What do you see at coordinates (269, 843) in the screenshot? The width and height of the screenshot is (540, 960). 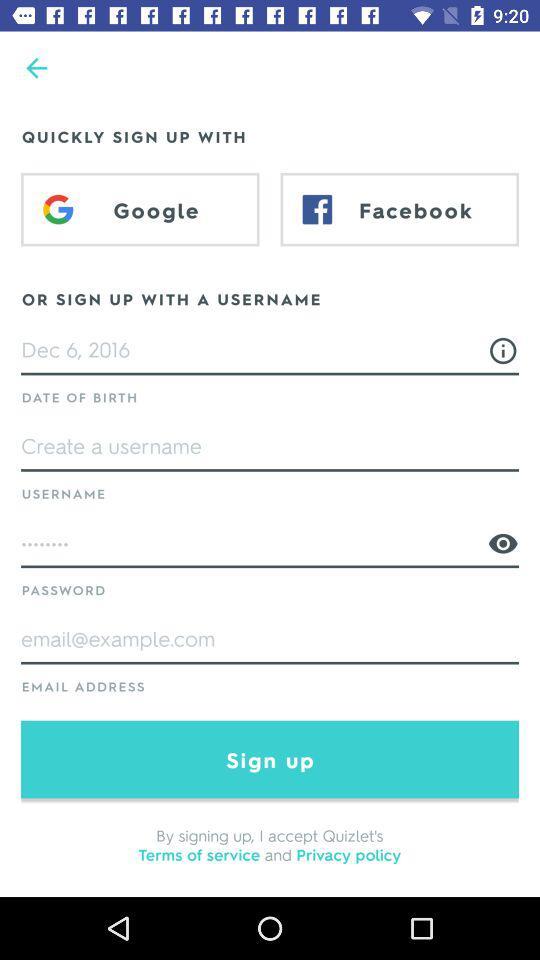 I see `the by signing up icon` at bounding box center [269, 843].